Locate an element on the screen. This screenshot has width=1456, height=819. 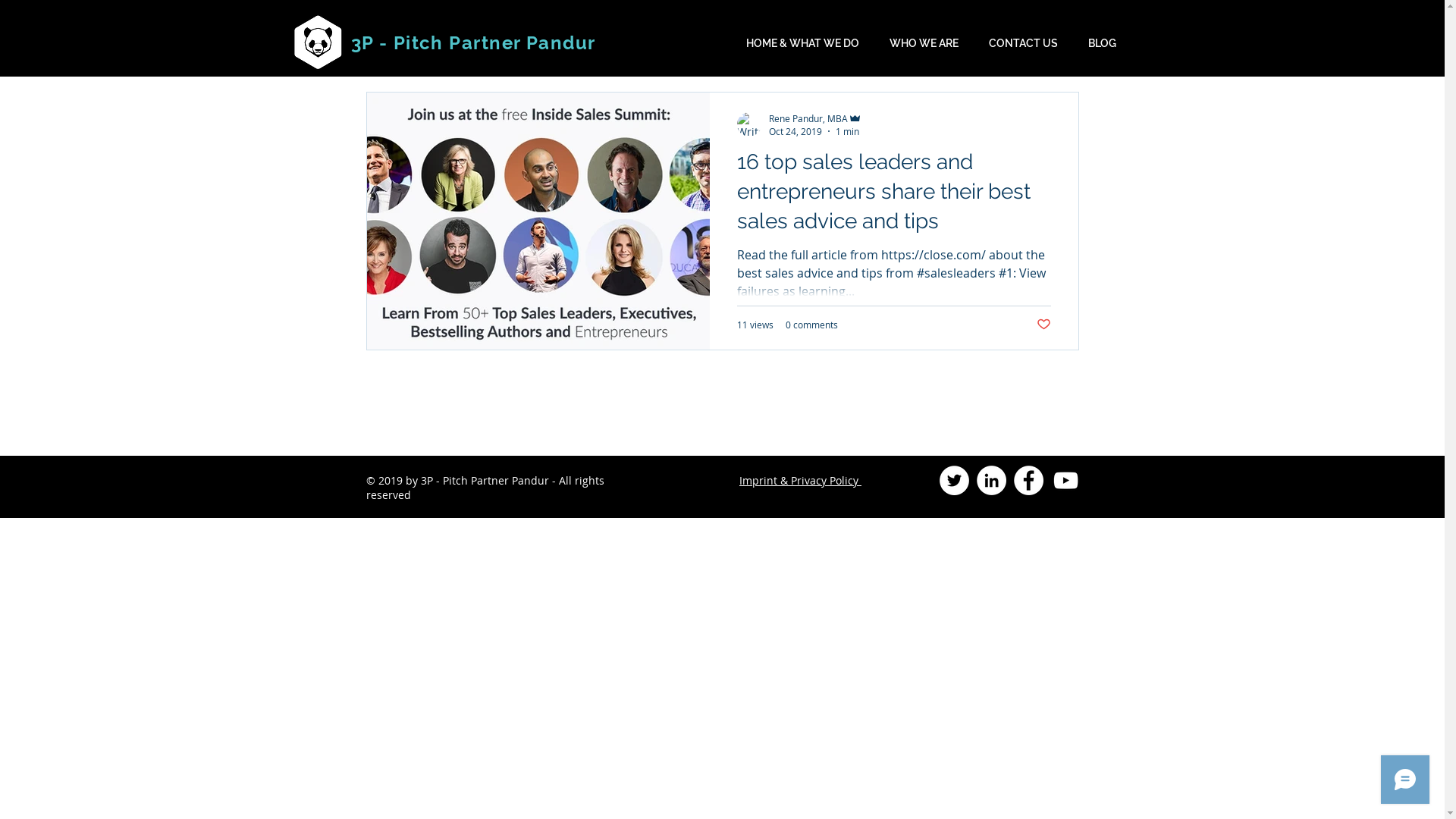
'Imprint & Privacy Policy ' is located at coordinates (799, 480).